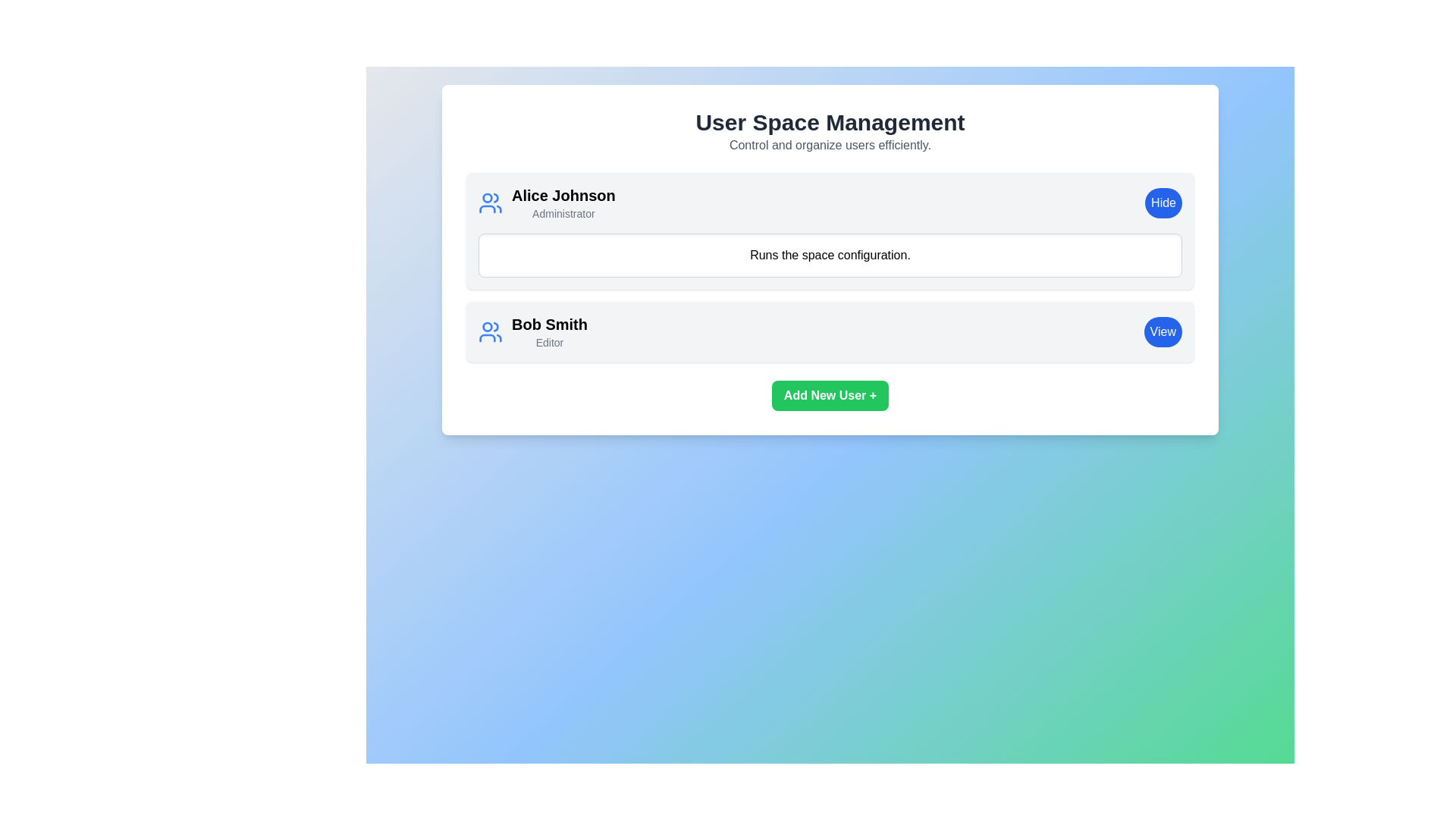  Describe the element at coordinates (1163, 202) in the screenshot. I see `the 'Hide' button for user 'Alice Johnson', labeled as 'Administrator', to change its color` at that location.